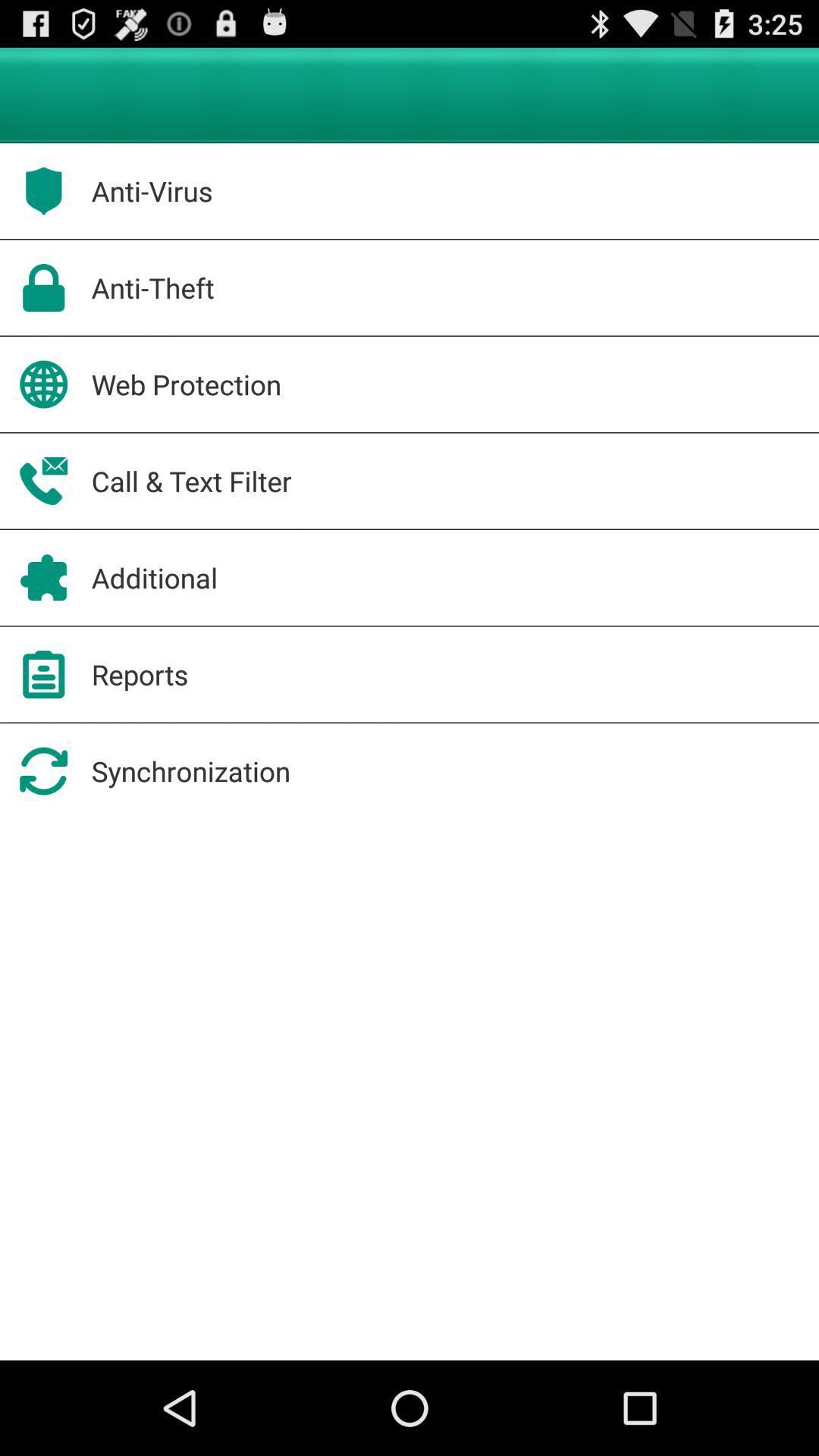 The height and width of the screenshot is (1456, 819). I want to click on additional app, so click(155, 577).